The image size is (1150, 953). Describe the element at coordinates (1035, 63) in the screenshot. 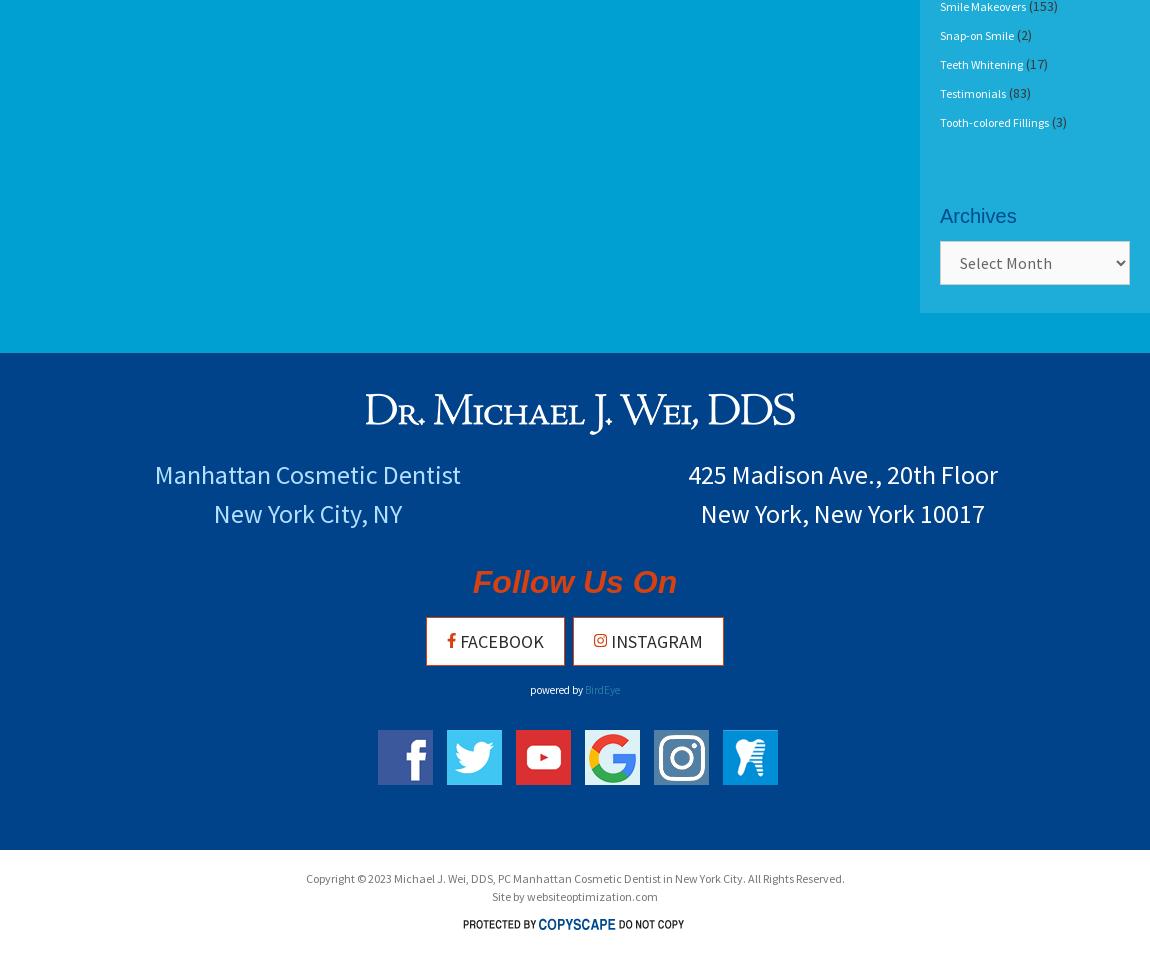

I see `'(17)'` at that location.